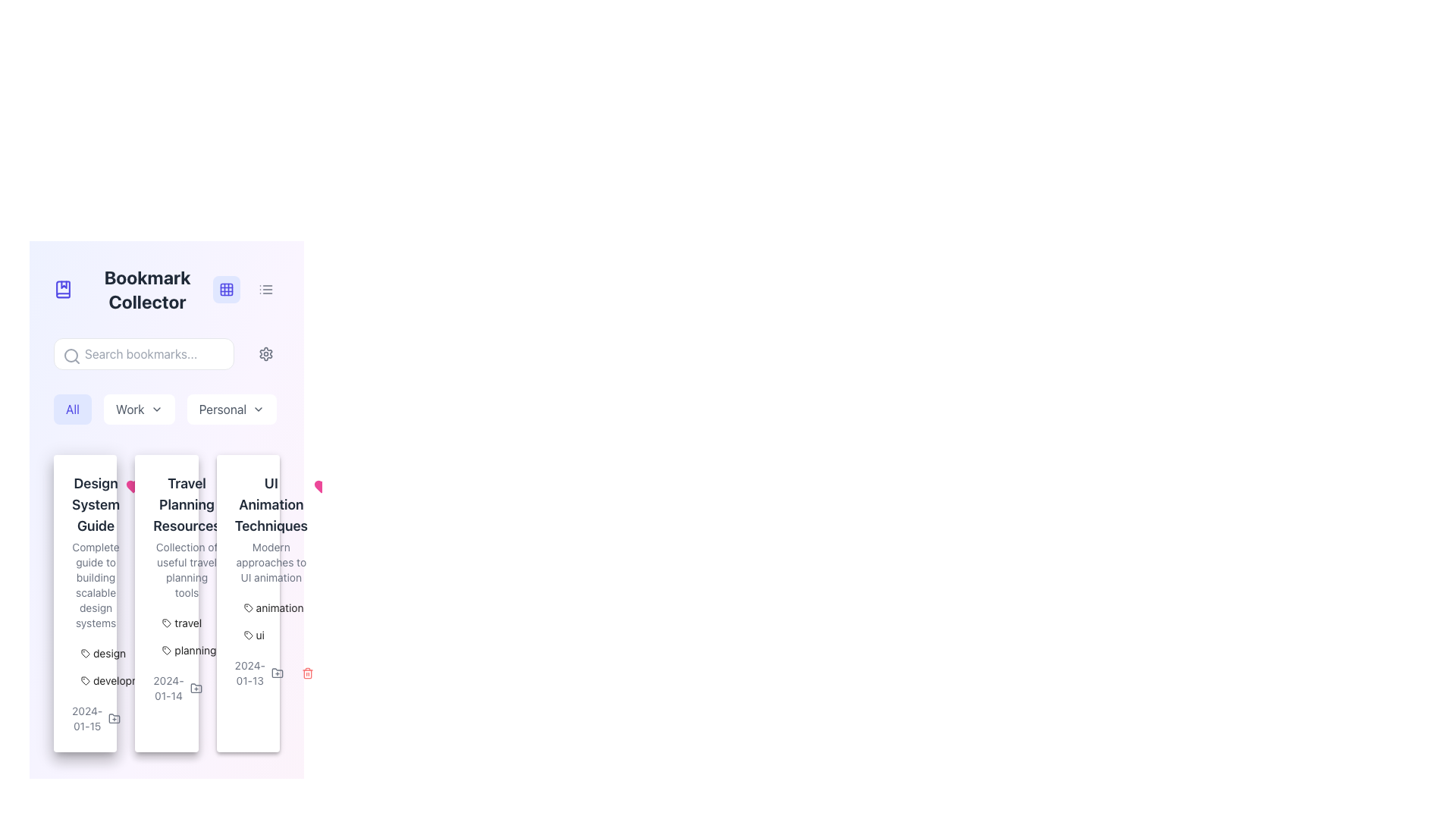  Describe the element at coordinates (271, 562) in the screenshot. I see `text content of the text label component located directly beneath the primary title 'UI Animation Techniques' within the vertically stacked card layout` at that location.